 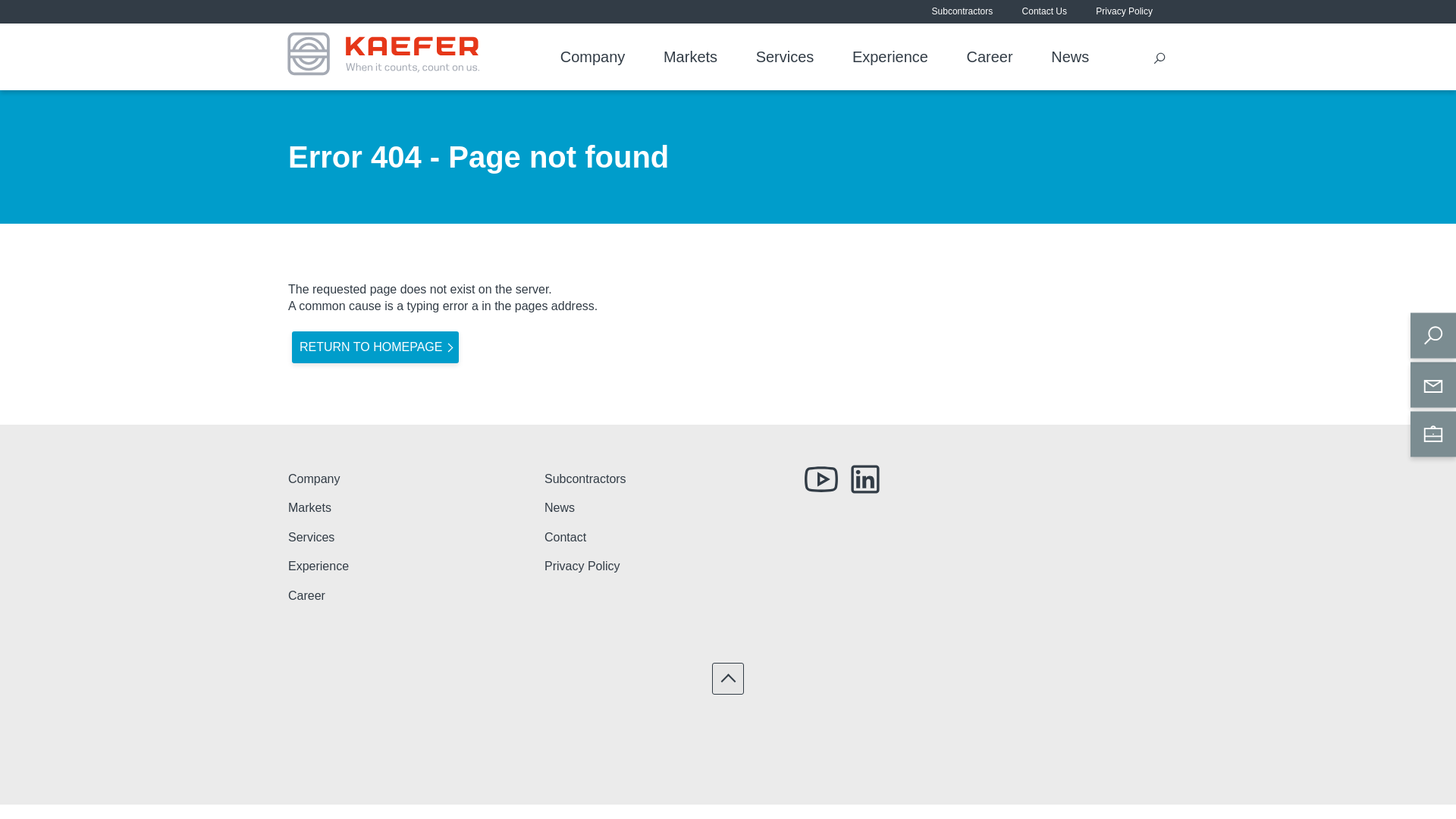 I want to click on 'Career', so click(x=990, y=57).